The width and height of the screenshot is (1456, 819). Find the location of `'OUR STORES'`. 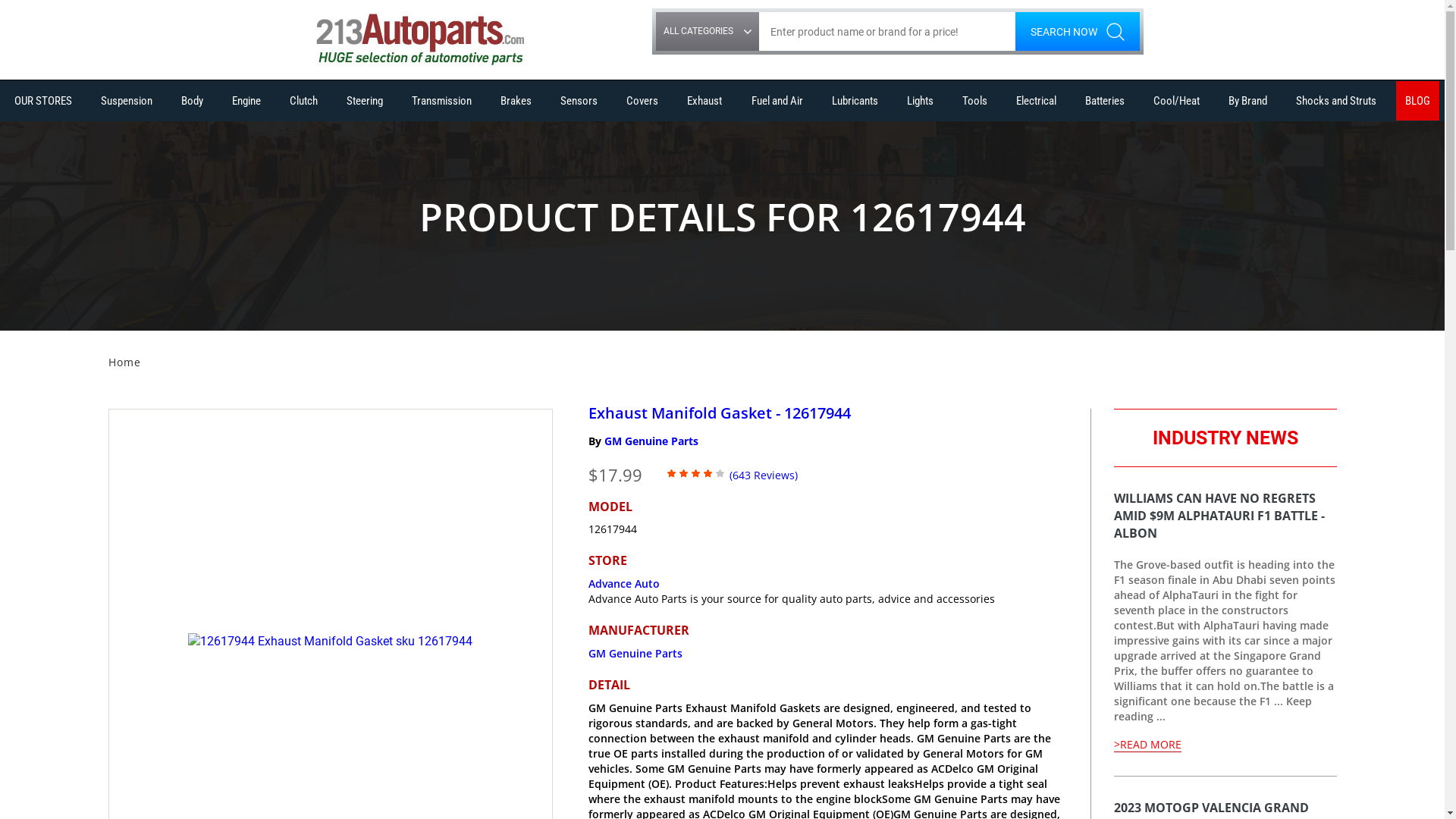

'OUR STORES' is located at coordinates (43, 100).